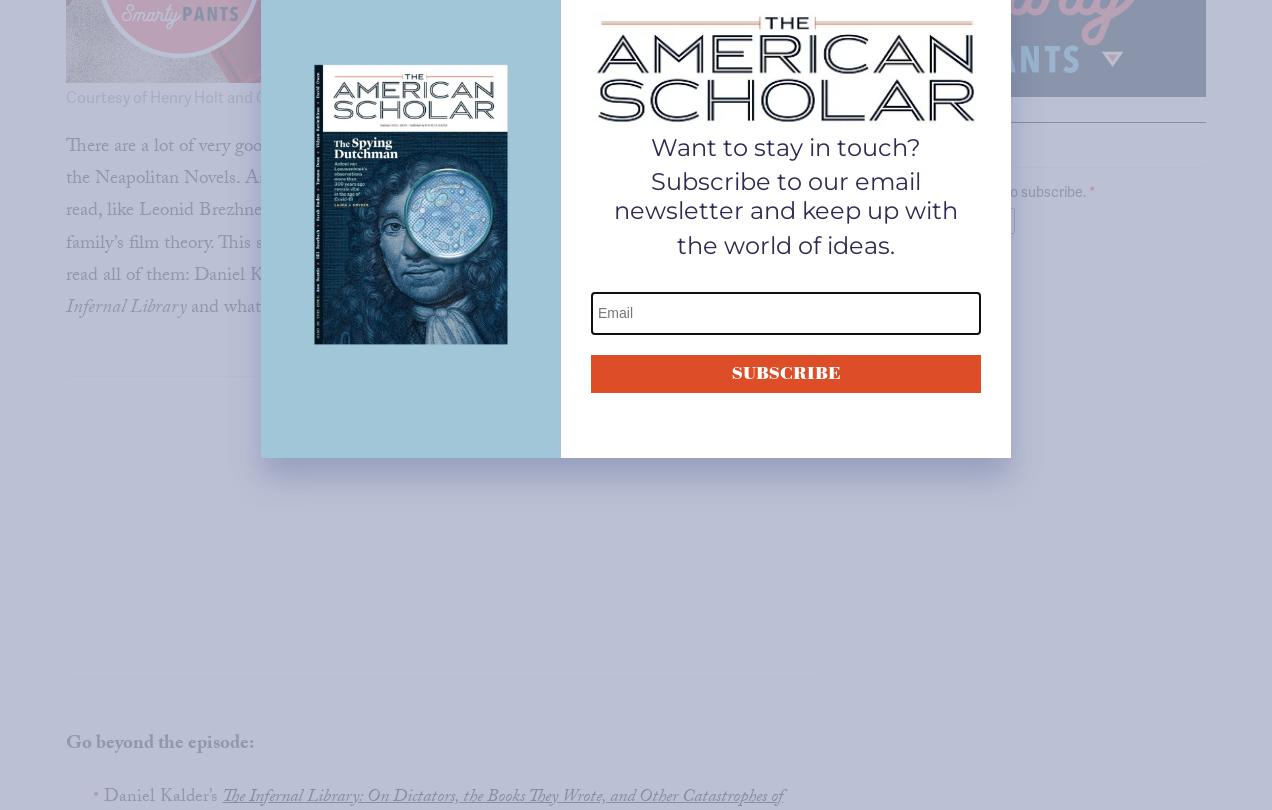  Describe the element at coordinates (640, 147) in the screenshot. I see `'Middlemarch, War and Peace, Don Quixote,'` at that location.